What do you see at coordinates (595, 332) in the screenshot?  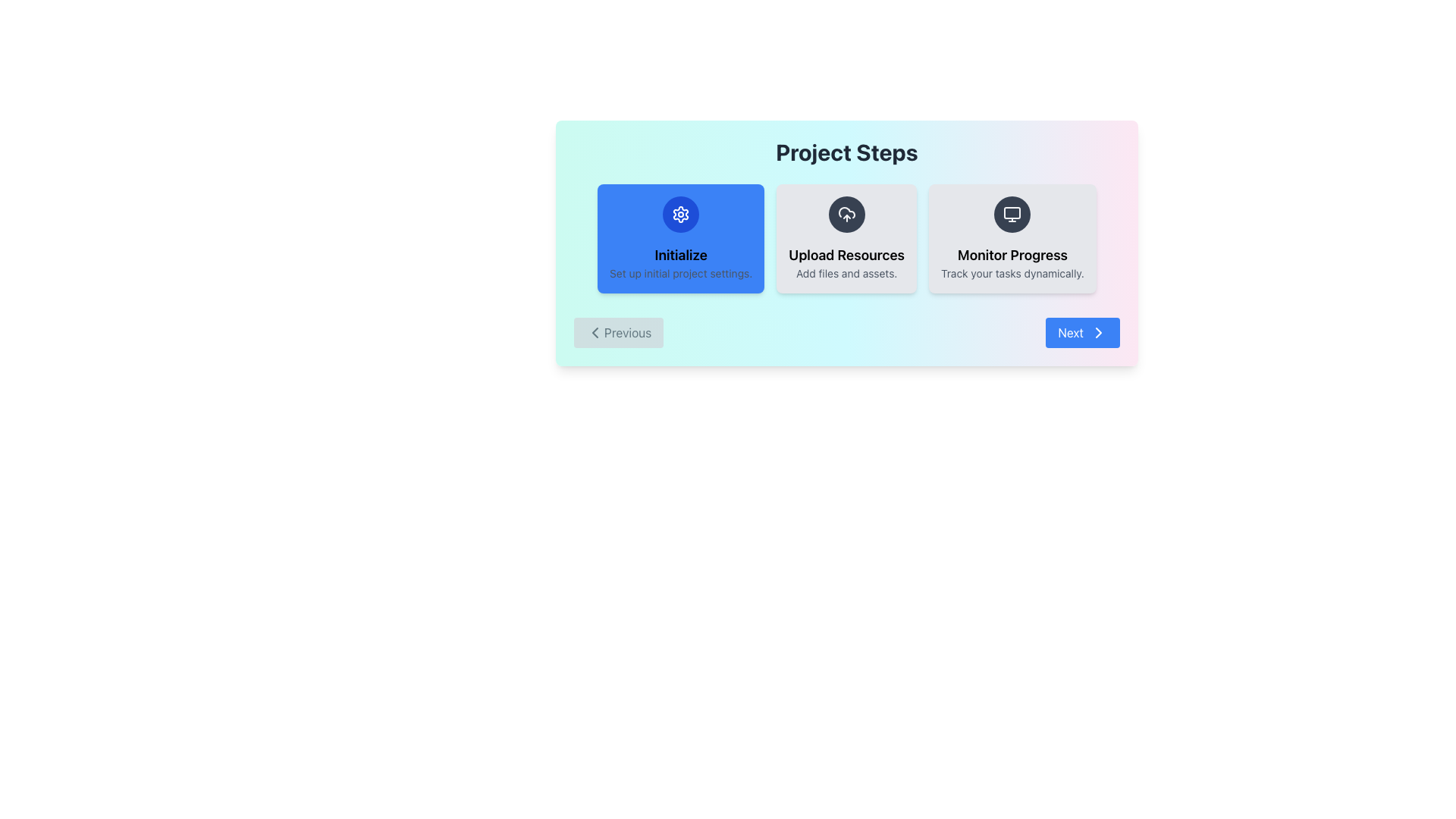 I see `the left-pointing chevron icon` at bounding box center [595, 332].